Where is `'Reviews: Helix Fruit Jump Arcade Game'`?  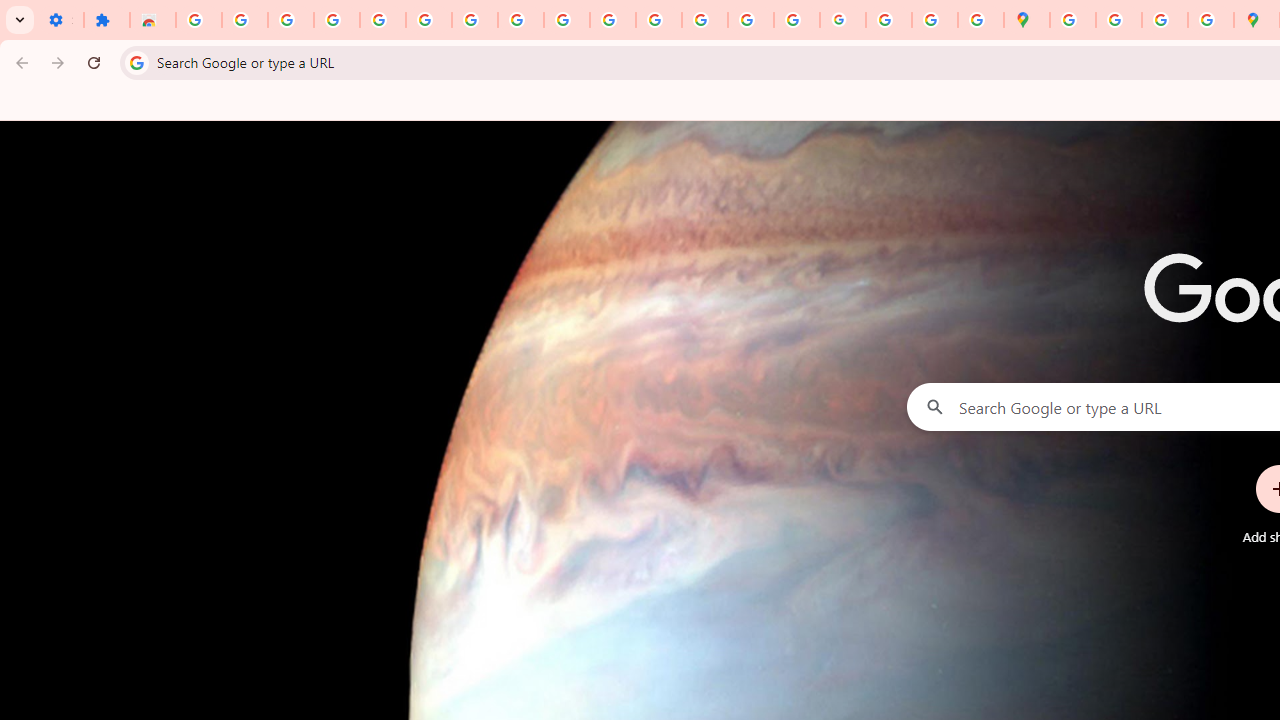
'Reviews: Helix Fruit Jump Arcade Game' is located at coordinates (152, 20).